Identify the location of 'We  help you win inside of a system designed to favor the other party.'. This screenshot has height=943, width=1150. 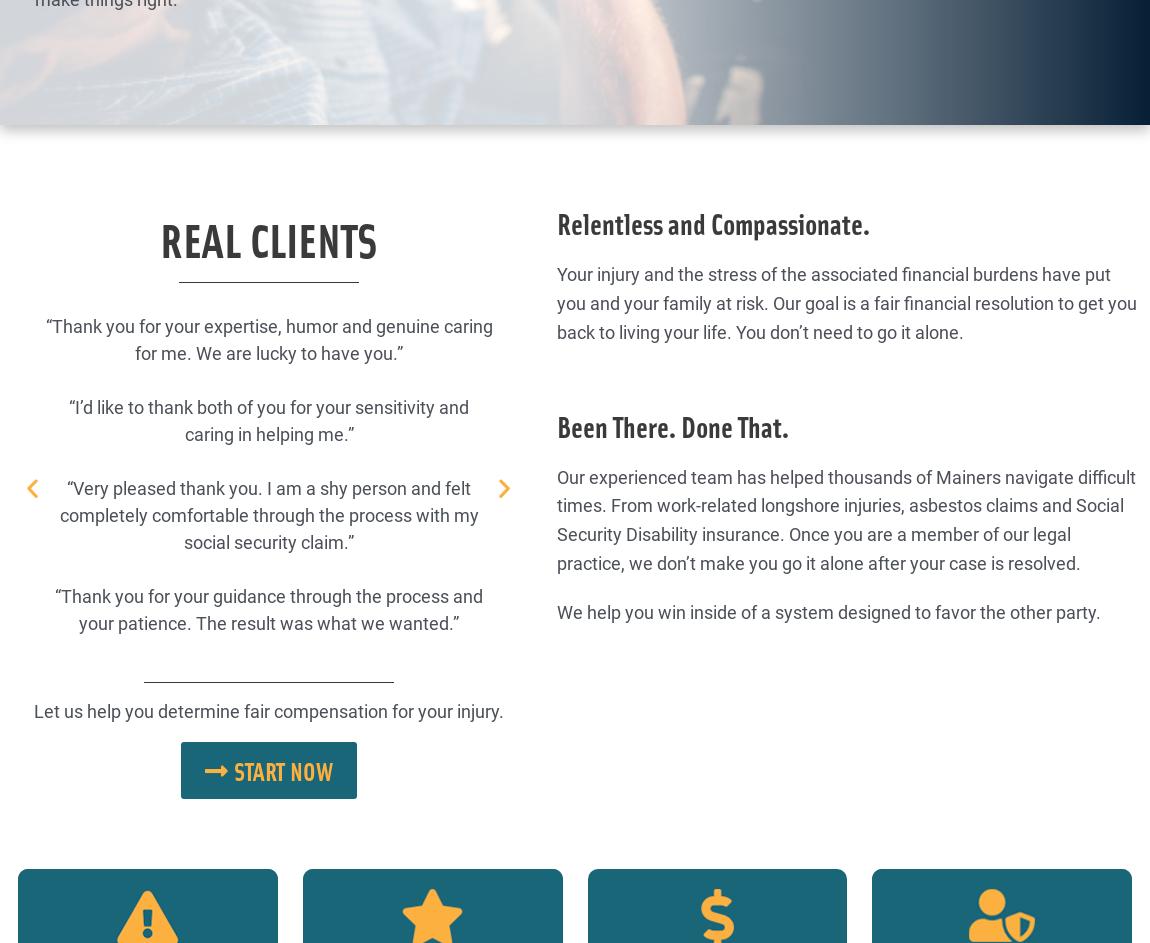
(828, 610).